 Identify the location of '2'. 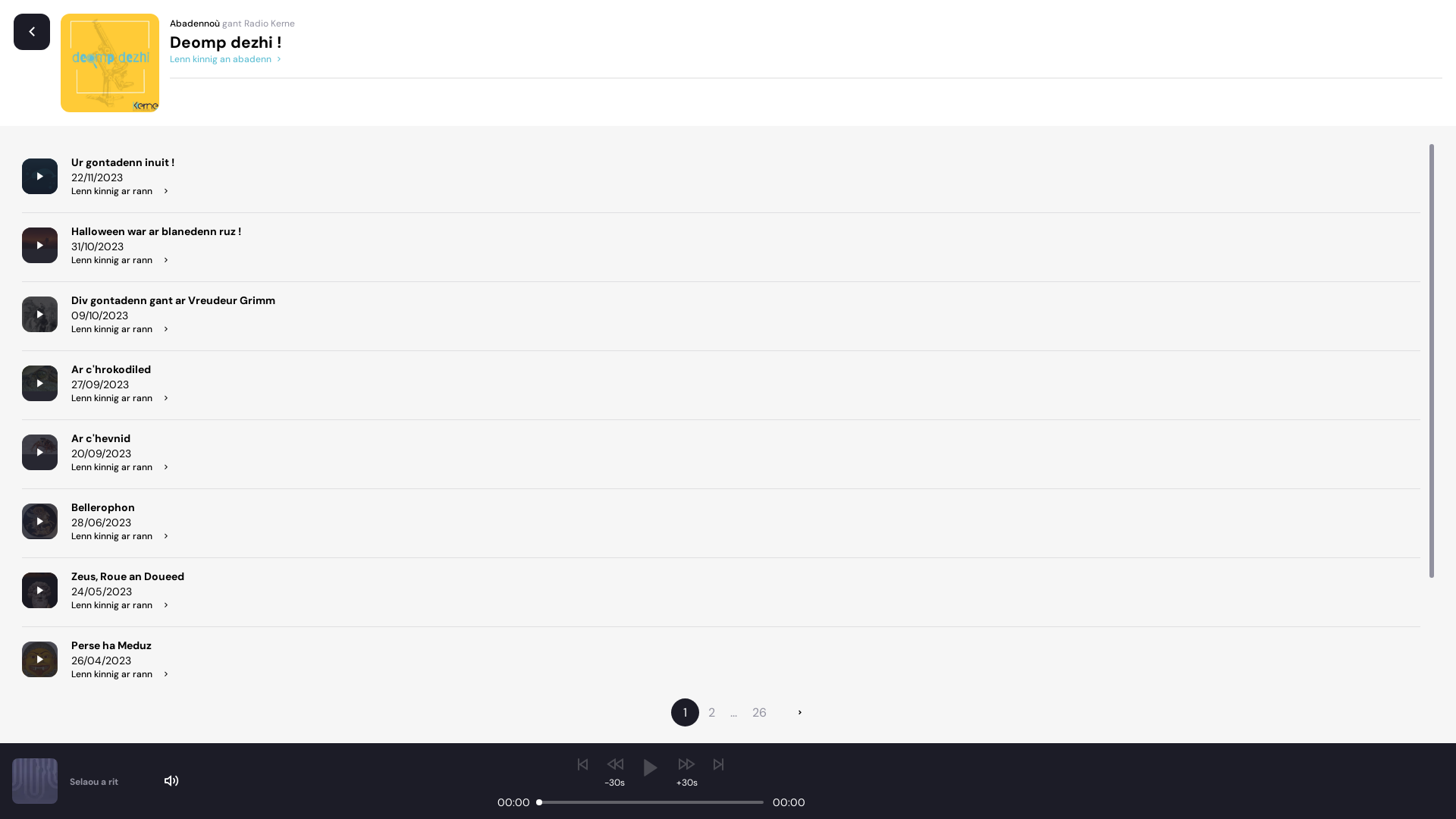
(711, 713).